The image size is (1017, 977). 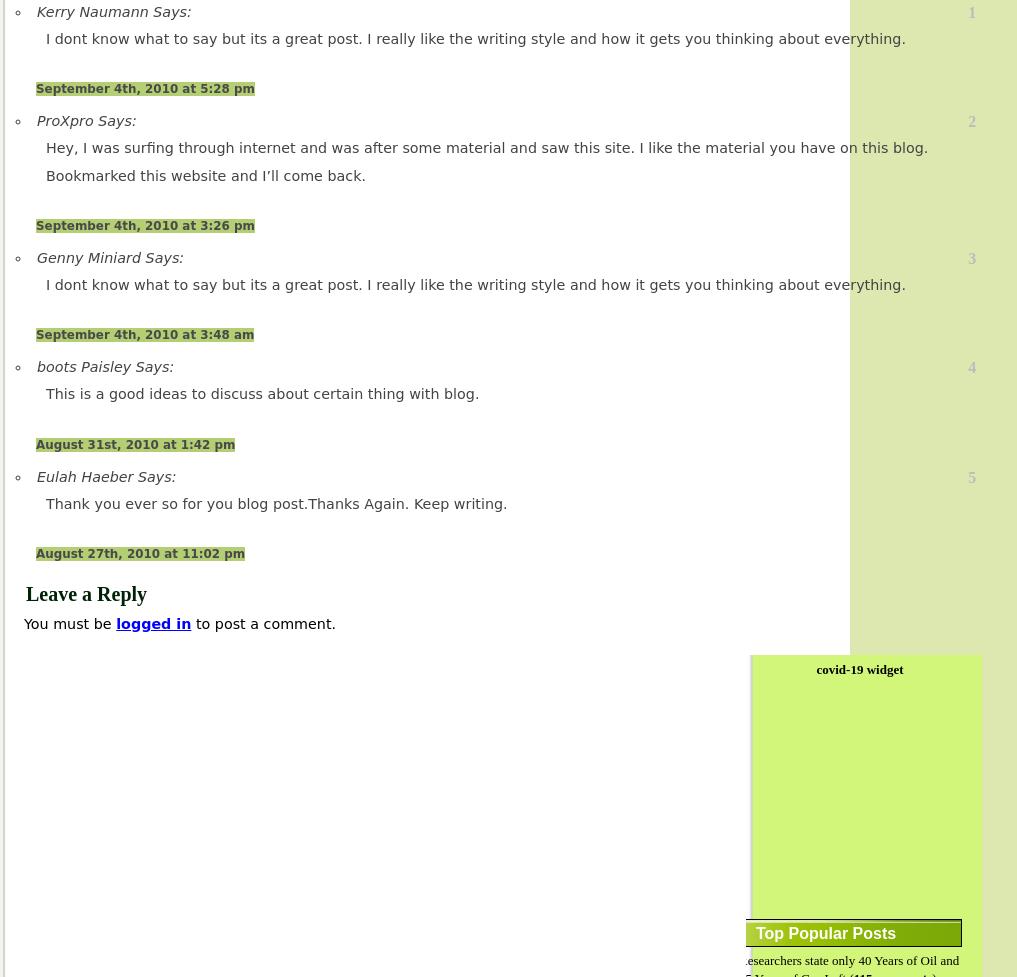 I want to click on 'boots Paisley Says:', so click(x=105, y=366).